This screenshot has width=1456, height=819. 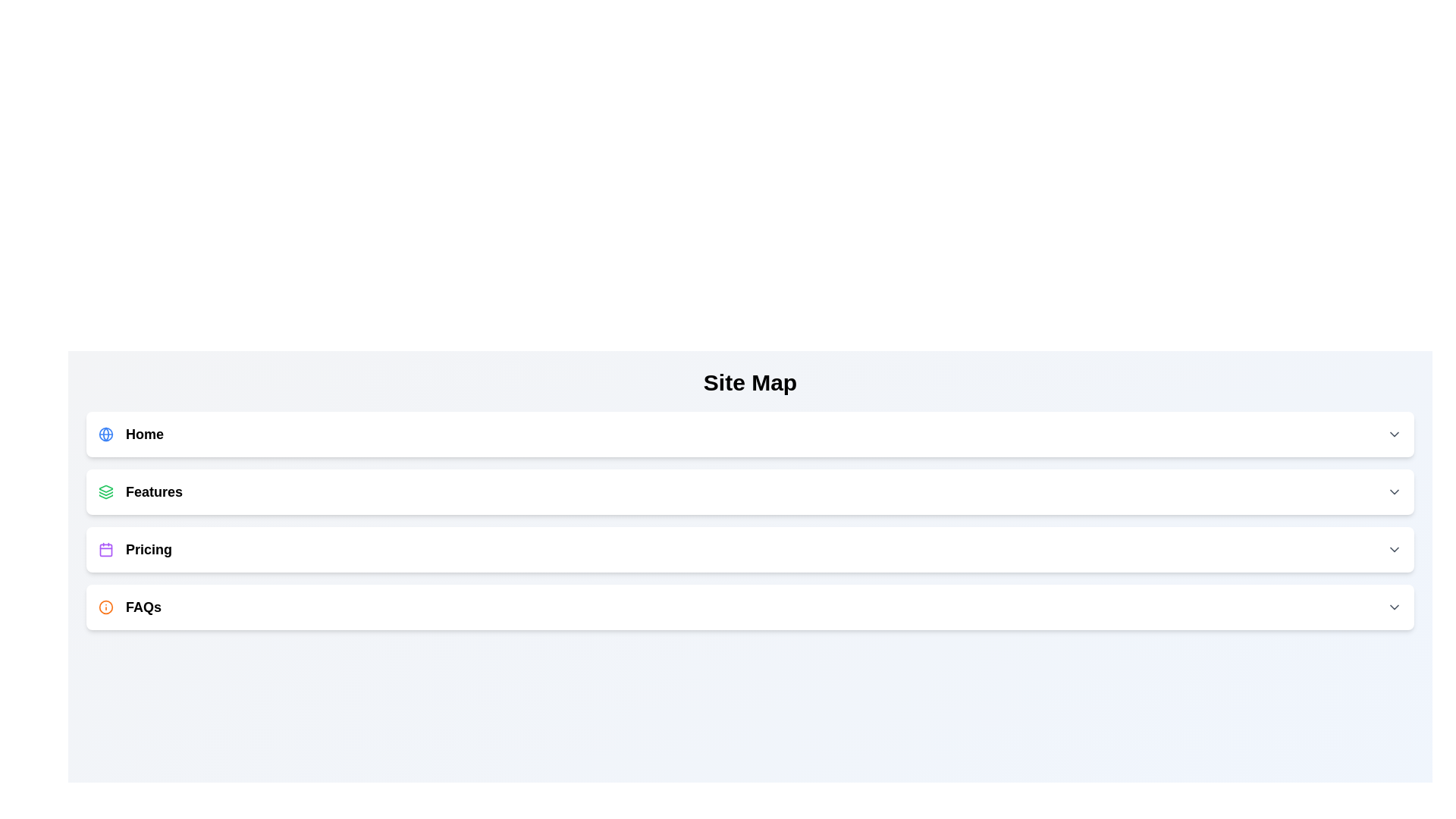 What do you see at coordinates (105, 435) in the screenshot?
I see `the blue circular decorative vector graphic element that is centrally located within the globe-styled icon, which is to the left of the 'Home' text in the navigation menu` at bounding box center [105, 435].